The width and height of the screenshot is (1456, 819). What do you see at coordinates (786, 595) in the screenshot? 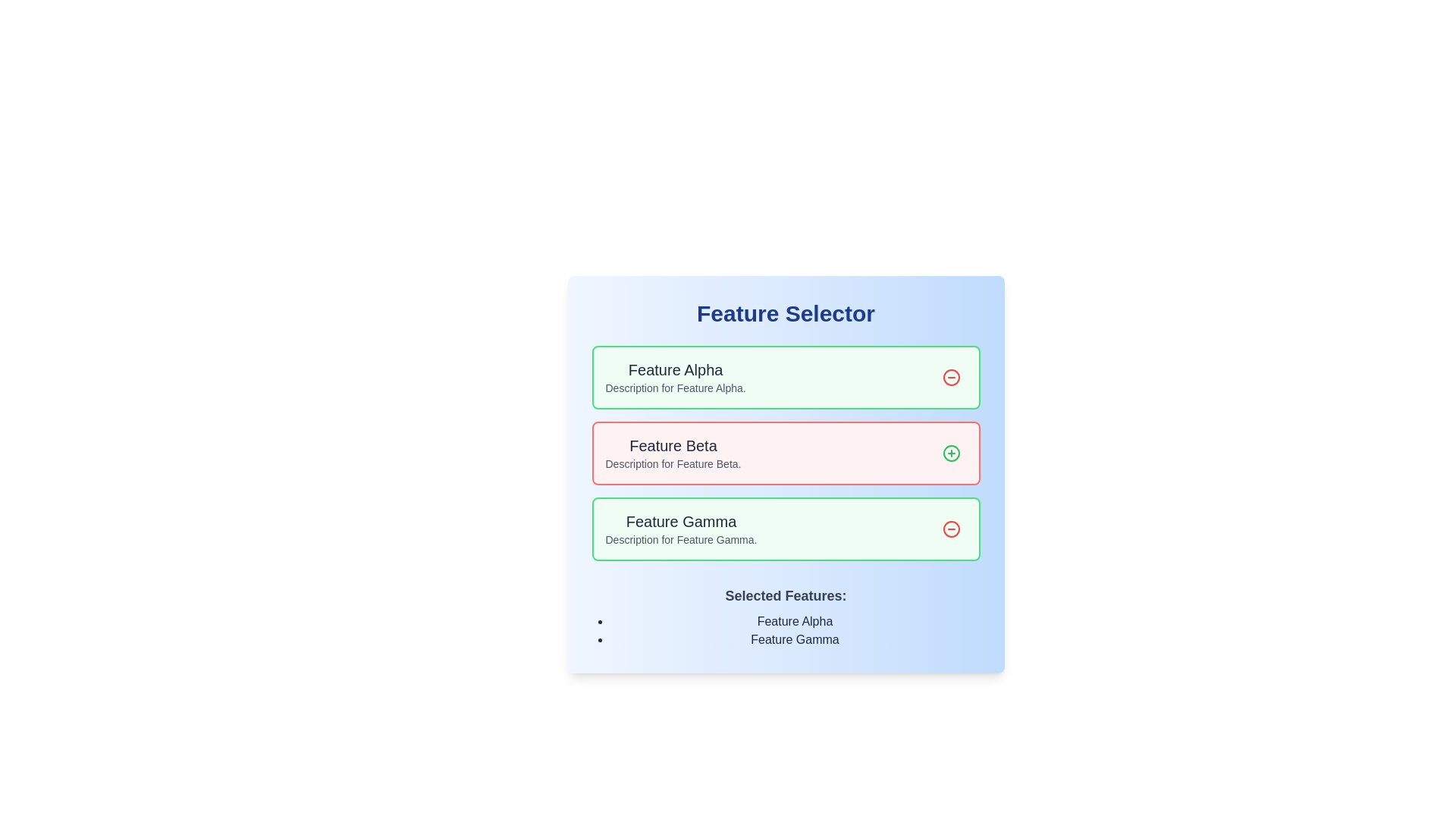
I see `the text label reading 'Selected Features:' which is styled in a larger font size and semi-bold weight, located near the bottom of the layout` at bounding box center [786, 595].